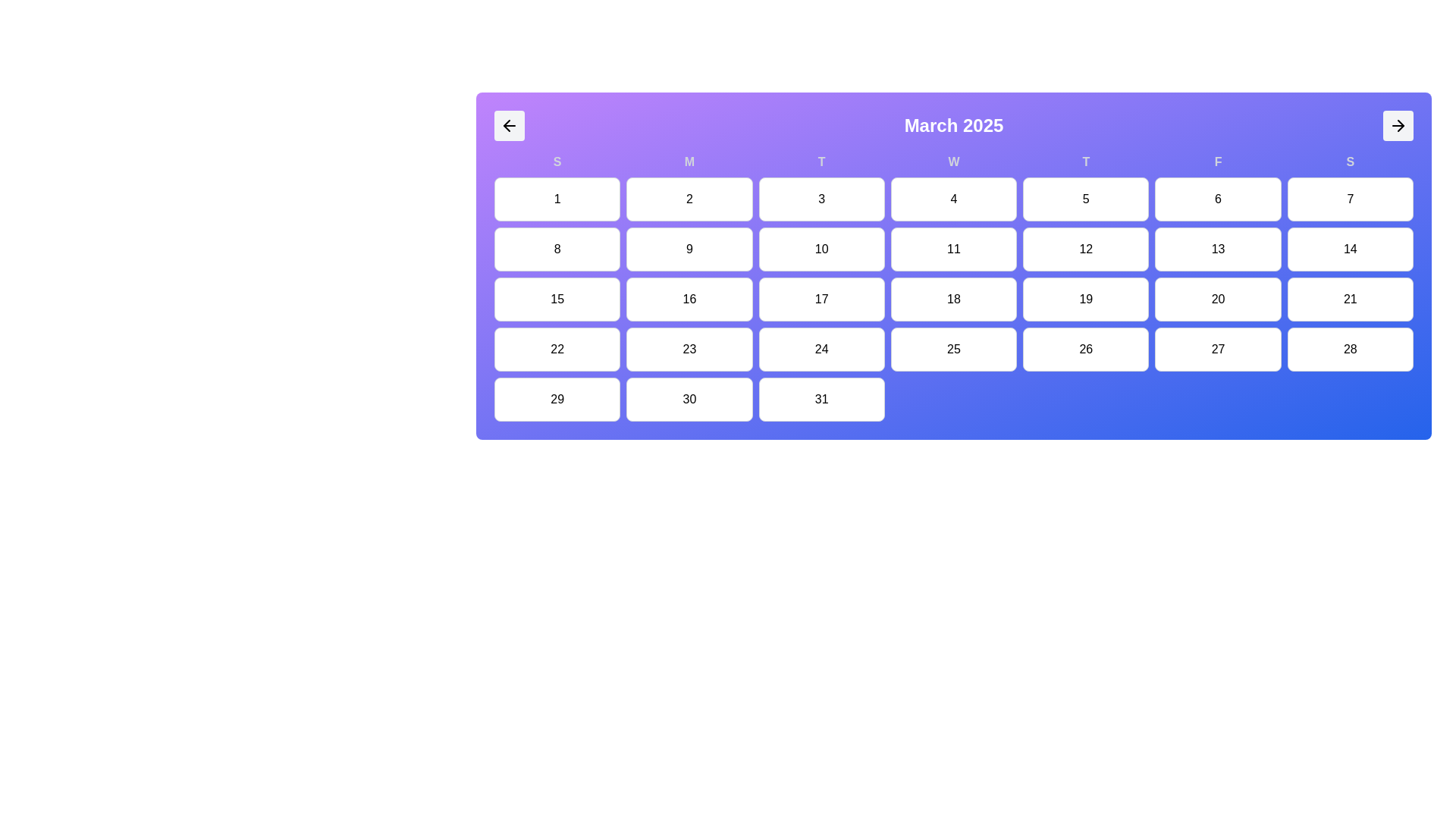 This screenshot has width=1456, height=819. Describe the element at coordinates (557, 299) in the screenshot. I see `the static display box representing the date '15' in the calendar grid, located in the third row and first column` at that location.